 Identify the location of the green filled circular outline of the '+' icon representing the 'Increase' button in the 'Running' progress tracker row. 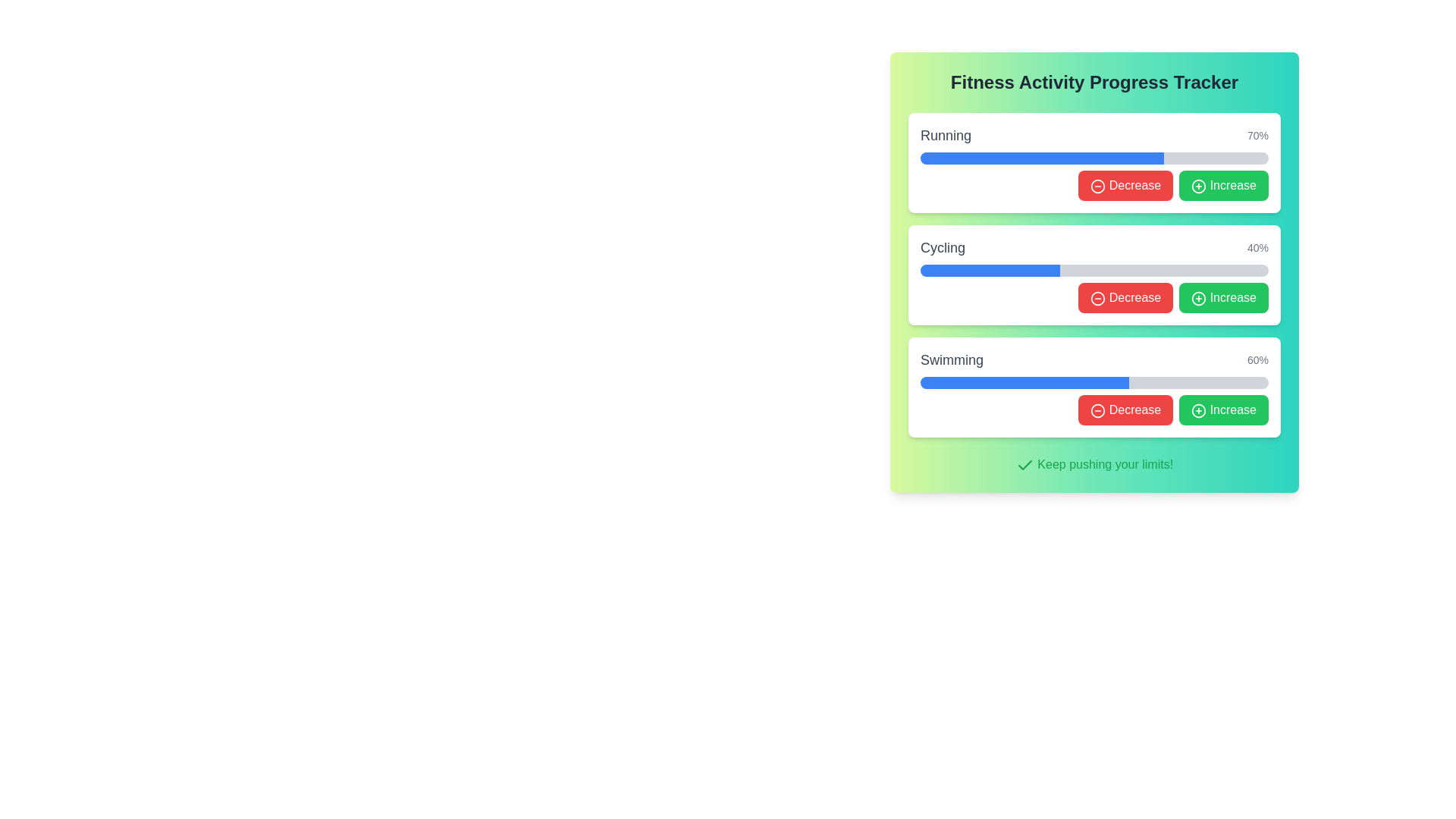
(1198, 185).